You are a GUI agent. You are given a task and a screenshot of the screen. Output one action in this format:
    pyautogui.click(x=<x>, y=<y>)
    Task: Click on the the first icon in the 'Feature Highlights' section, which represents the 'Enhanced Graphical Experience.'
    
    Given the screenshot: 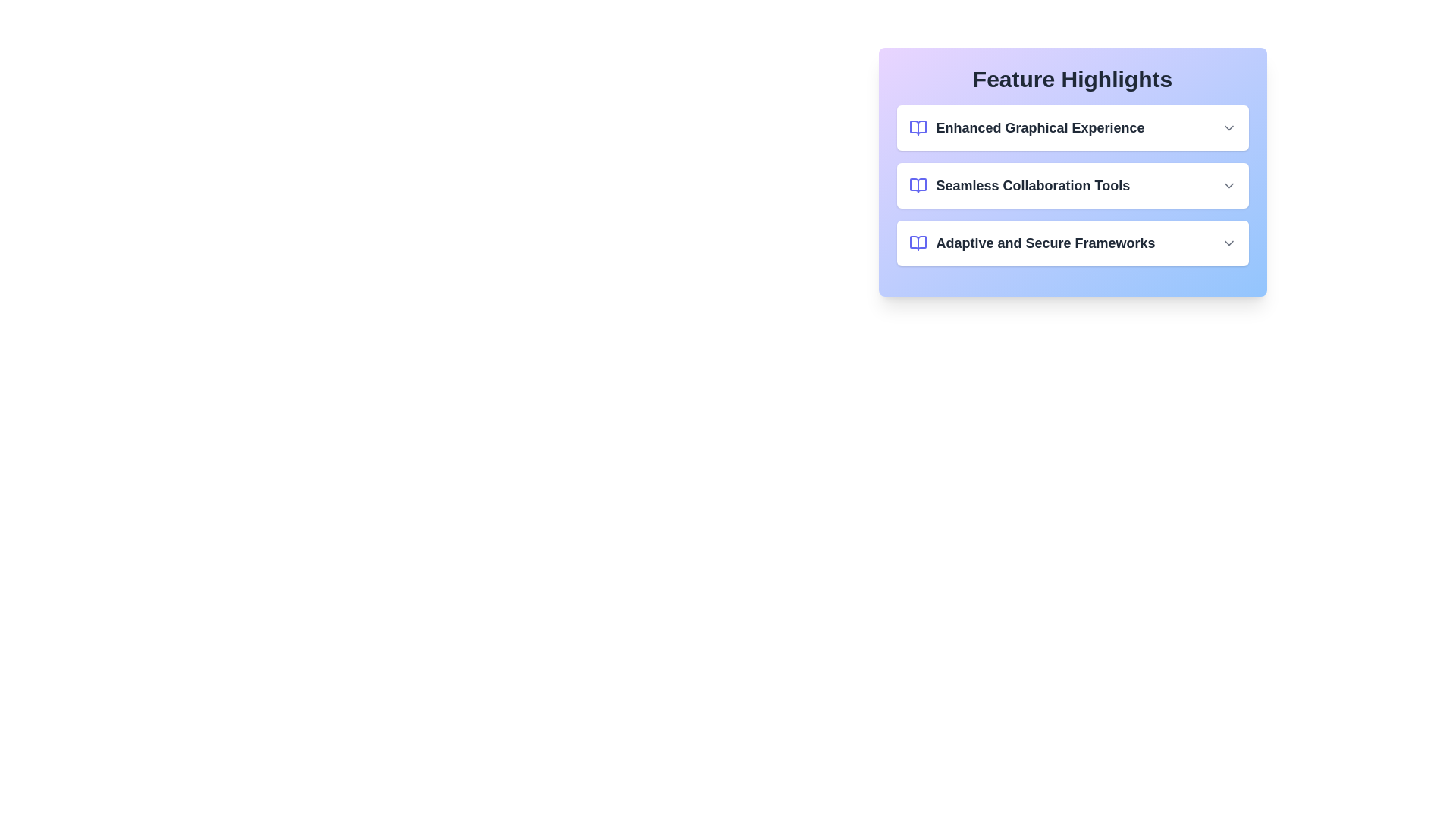 What is the action you would take?
    pyautogui.click(x=917, y=127)
    